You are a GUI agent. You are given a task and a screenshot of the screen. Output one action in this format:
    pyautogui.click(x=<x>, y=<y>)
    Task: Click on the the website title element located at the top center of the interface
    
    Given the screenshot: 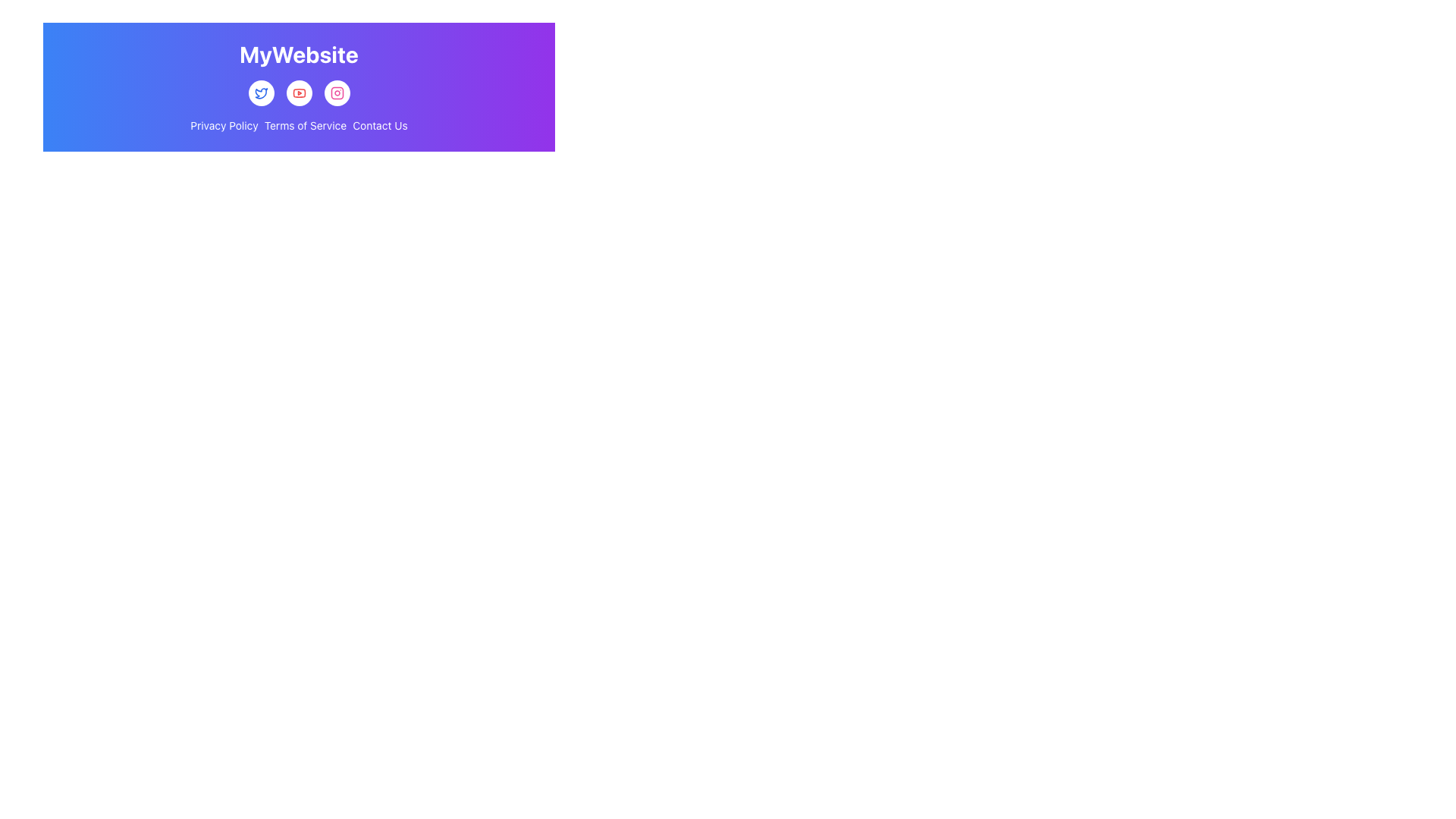 What is the action you would take?
    pyautogui.click(x=299, y=54)
    